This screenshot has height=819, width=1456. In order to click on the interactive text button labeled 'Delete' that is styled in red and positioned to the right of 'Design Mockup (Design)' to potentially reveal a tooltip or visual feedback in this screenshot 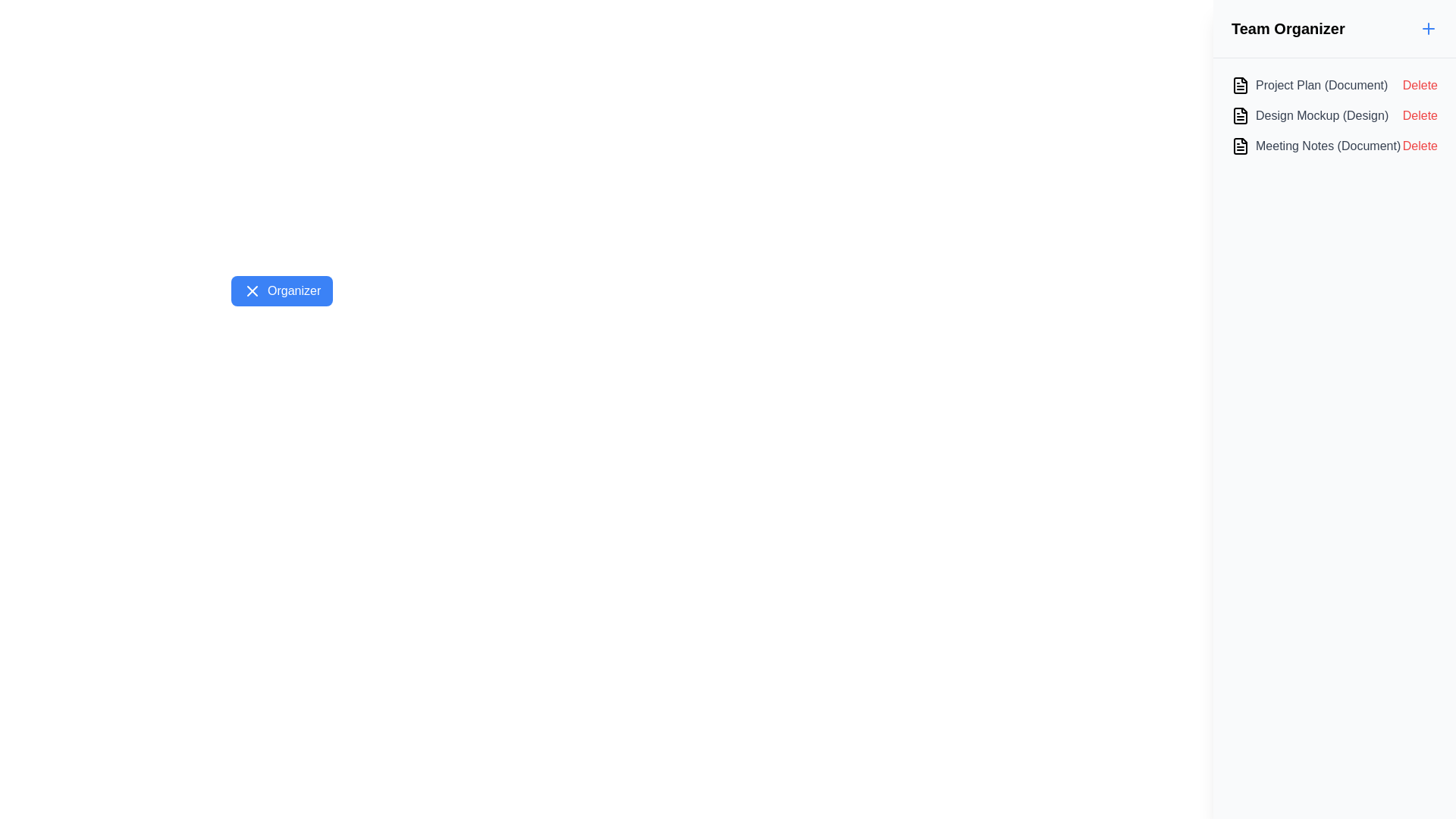, I will do `click(1419, 115)`.